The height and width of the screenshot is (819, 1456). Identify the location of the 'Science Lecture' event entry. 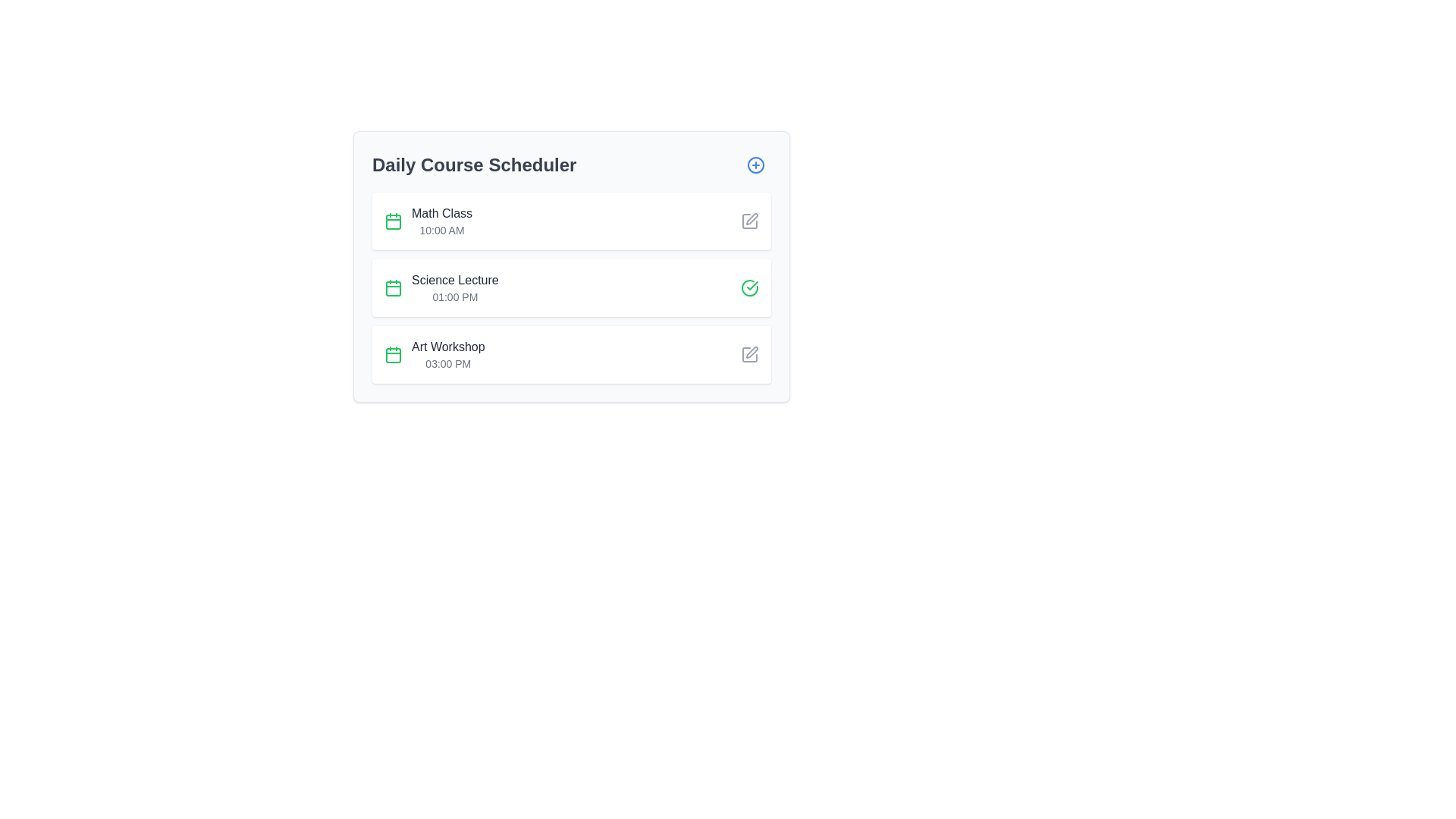
(570, 288).